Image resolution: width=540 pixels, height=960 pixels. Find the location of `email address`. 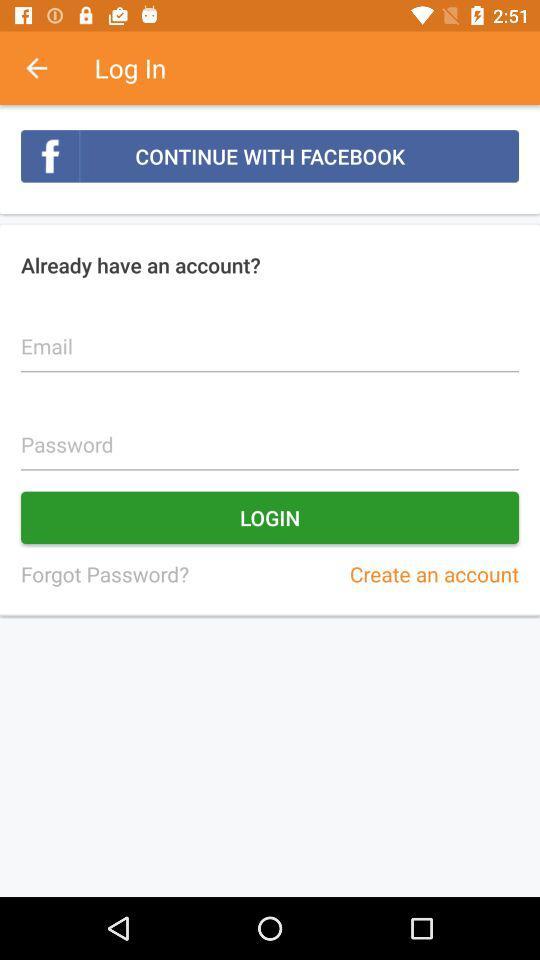

email address is located at coordinates (270, 335).